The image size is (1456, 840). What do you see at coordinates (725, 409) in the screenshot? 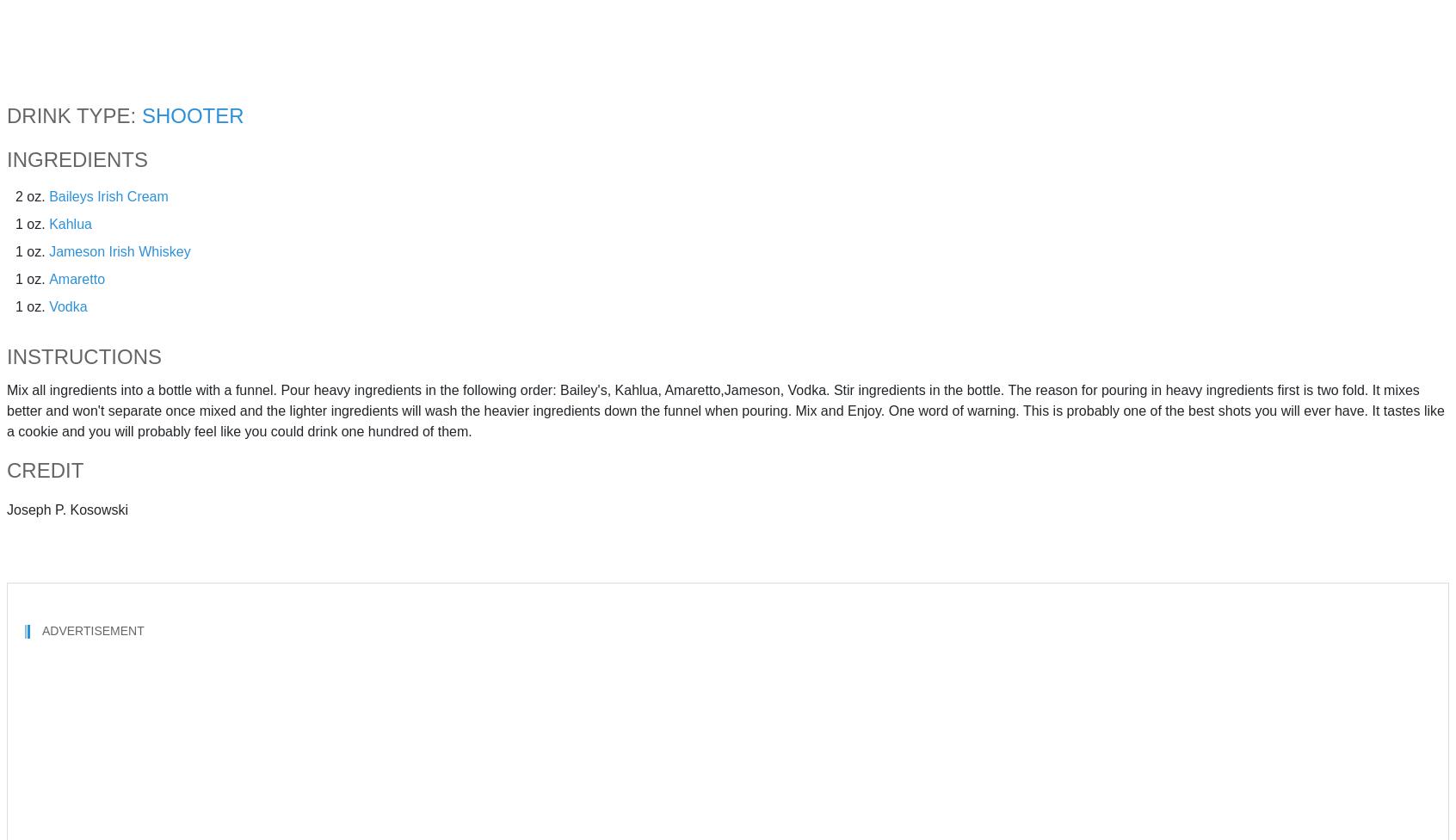
I see `'Mix all ingredients into a bottle with a funnel. Pour heavy ingredients in the following order: Bailey's, Kahlua, Amaretto,Jameson, Vodka.  Stir ingredients in the bottle.  The reason for pouring in heavy ingredients first is two fold.  It mixes better and won't separate once mixed and the lighter ingredients will wash the heavier ingredients down the funnel when pouring.  Mix and Enjoy.  One word of warning.  This is probably one of the best shots you will ever have. It tastes like a cookie and you will probably feel like you could drink one hundred of them.'` at bounding box center [725, 409].